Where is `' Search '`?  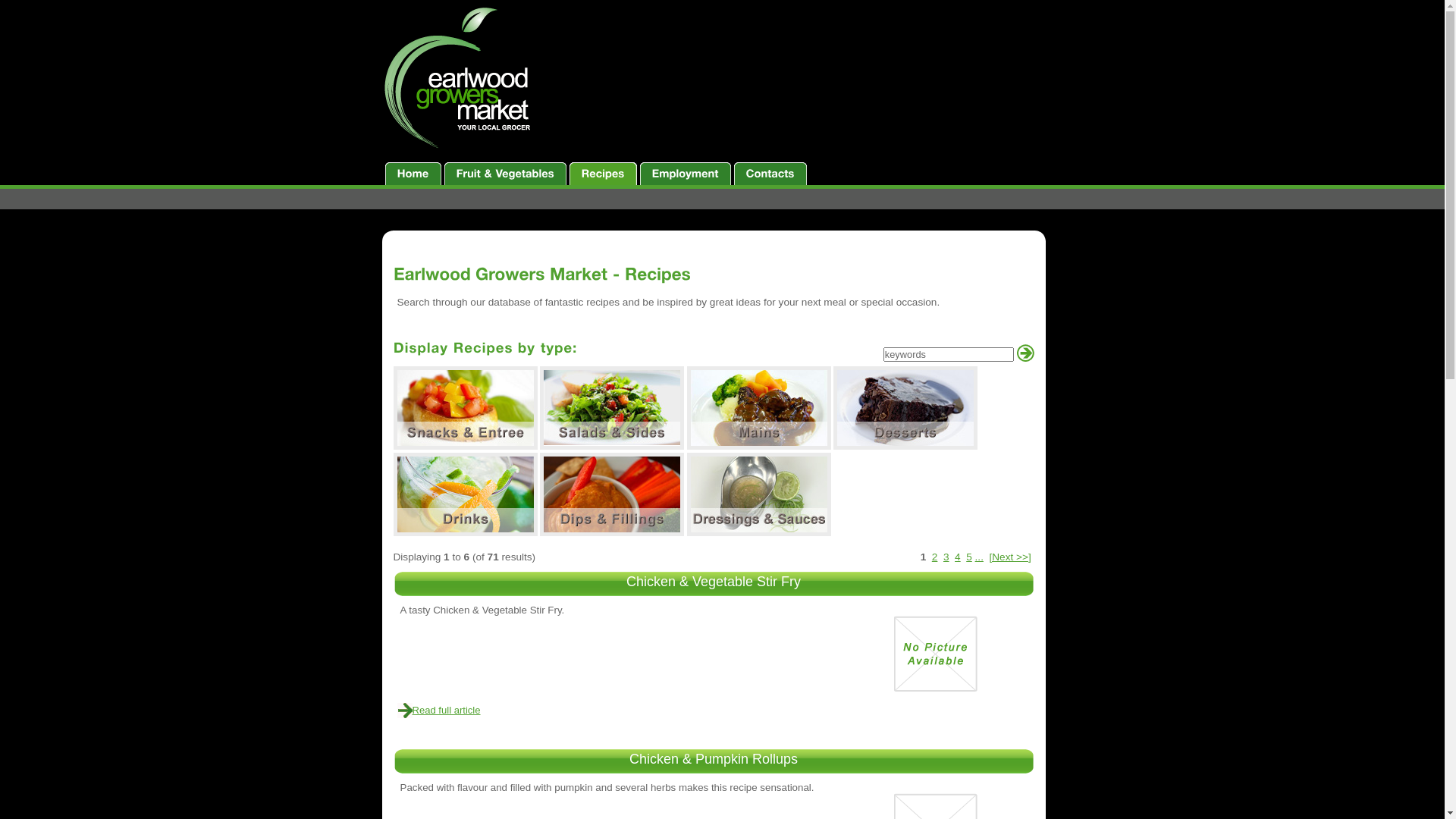 ' Search ' is located at coordinates (1025, 353).